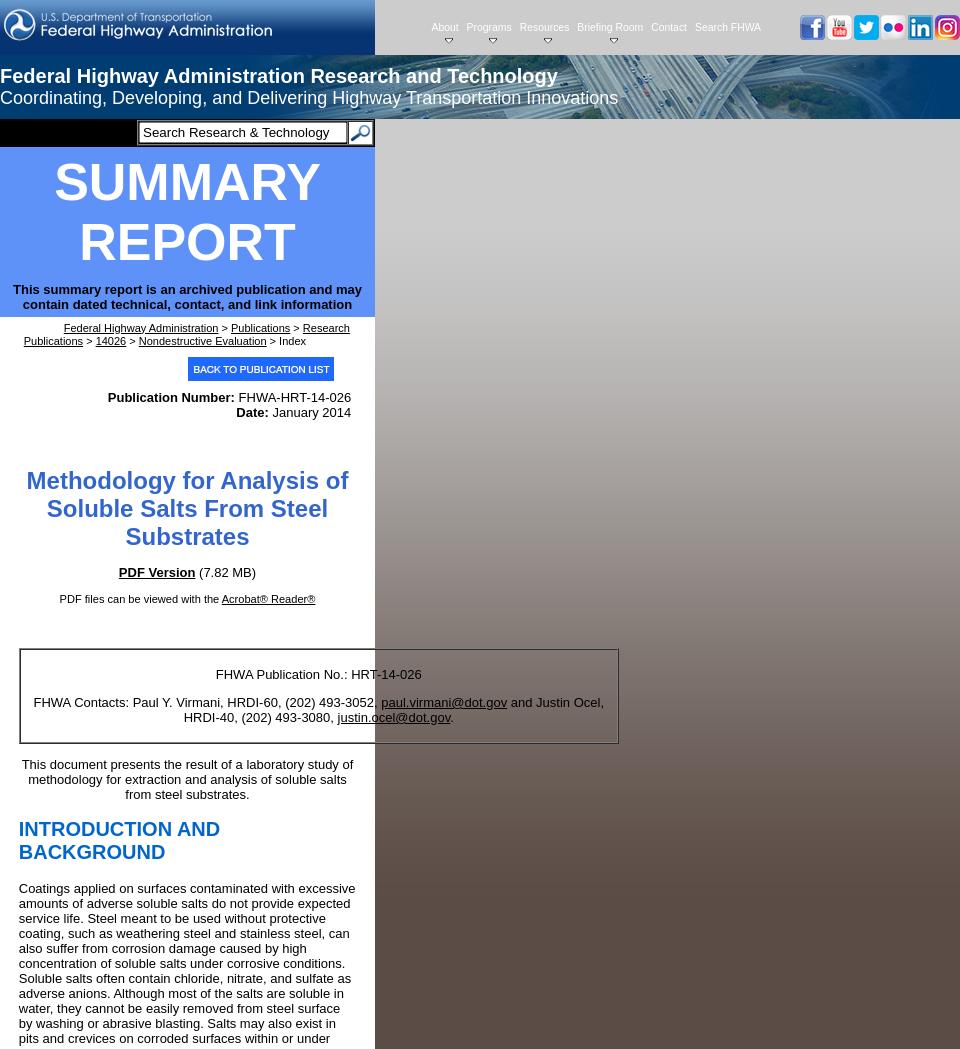  I want to click on 'Coordinating, Developing, and Delivering Highway Transportation Innovations', so click(309, 96).